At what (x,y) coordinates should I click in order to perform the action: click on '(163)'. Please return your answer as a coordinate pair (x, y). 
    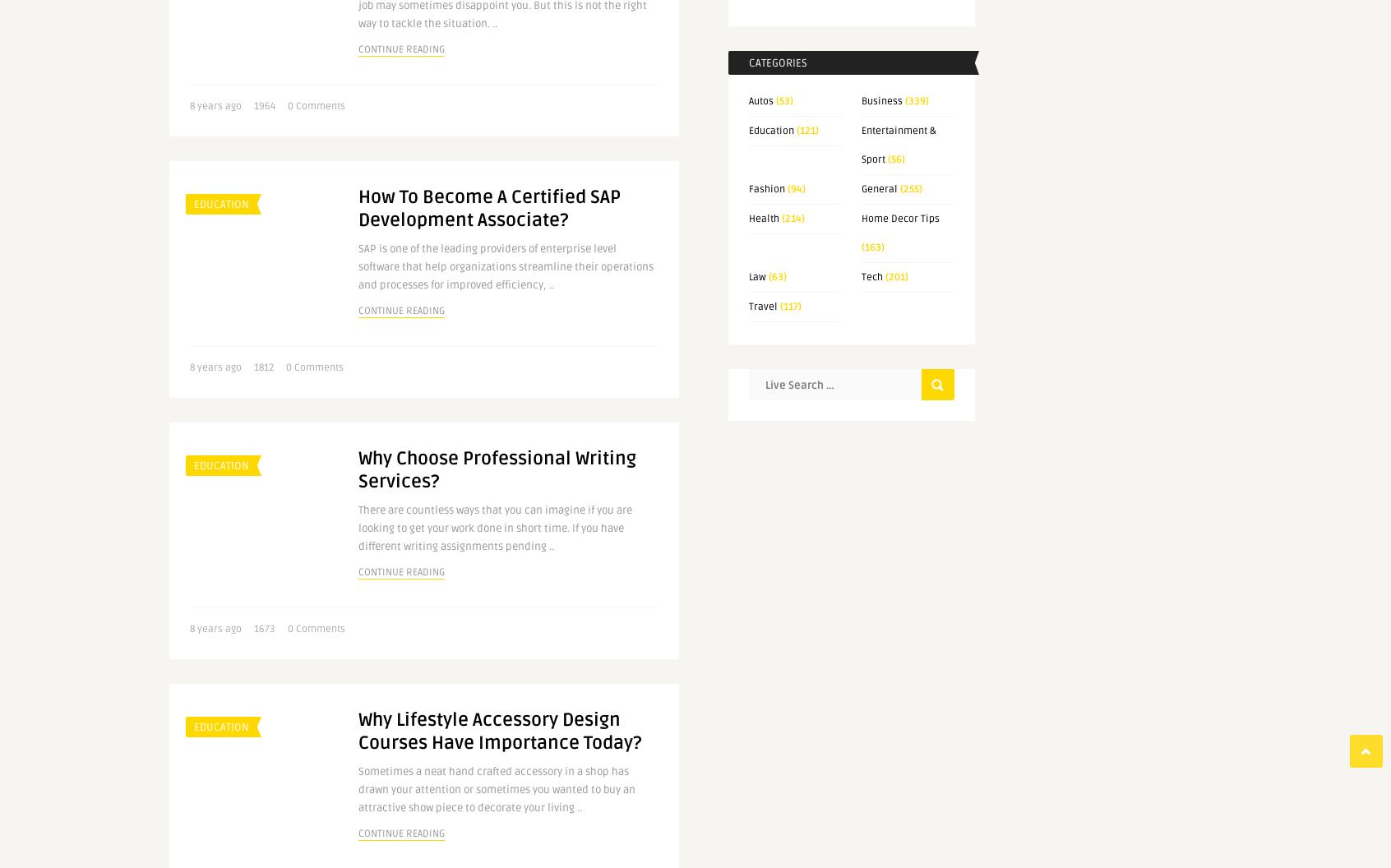
    Looking at the image, I should click on (873, 247).